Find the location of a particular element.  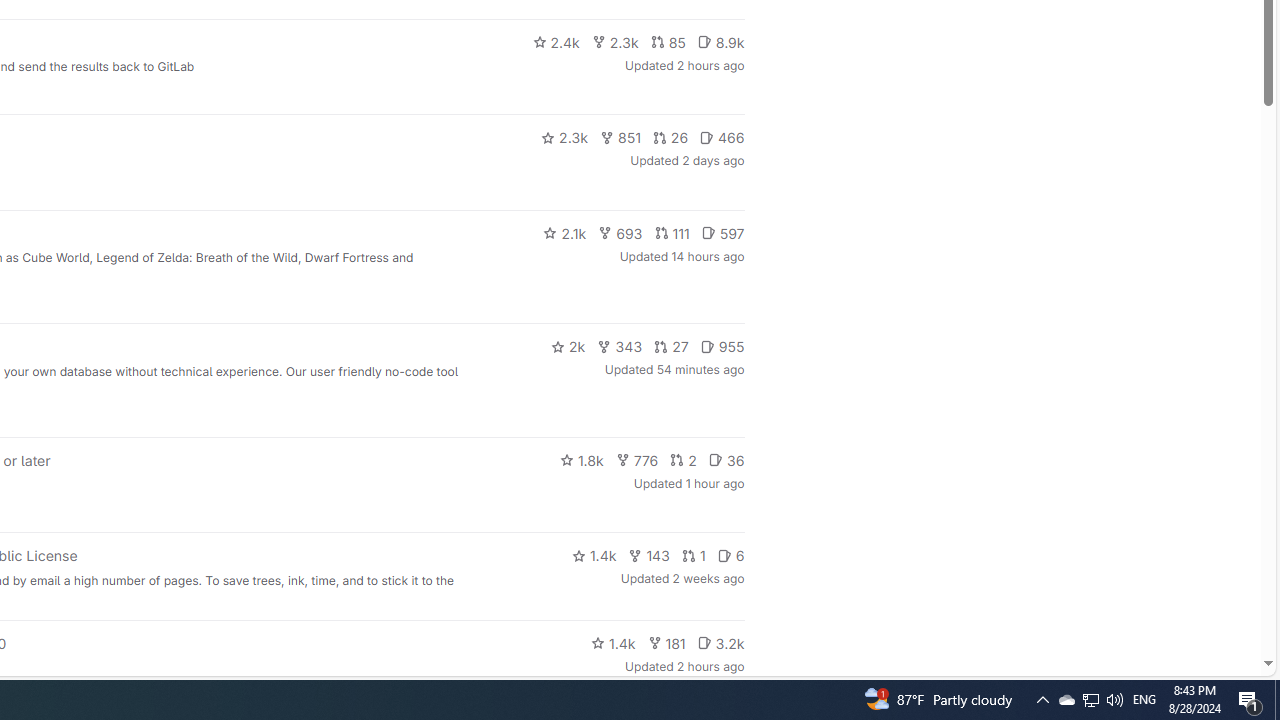

'1' is located at coordinates (694, 556).